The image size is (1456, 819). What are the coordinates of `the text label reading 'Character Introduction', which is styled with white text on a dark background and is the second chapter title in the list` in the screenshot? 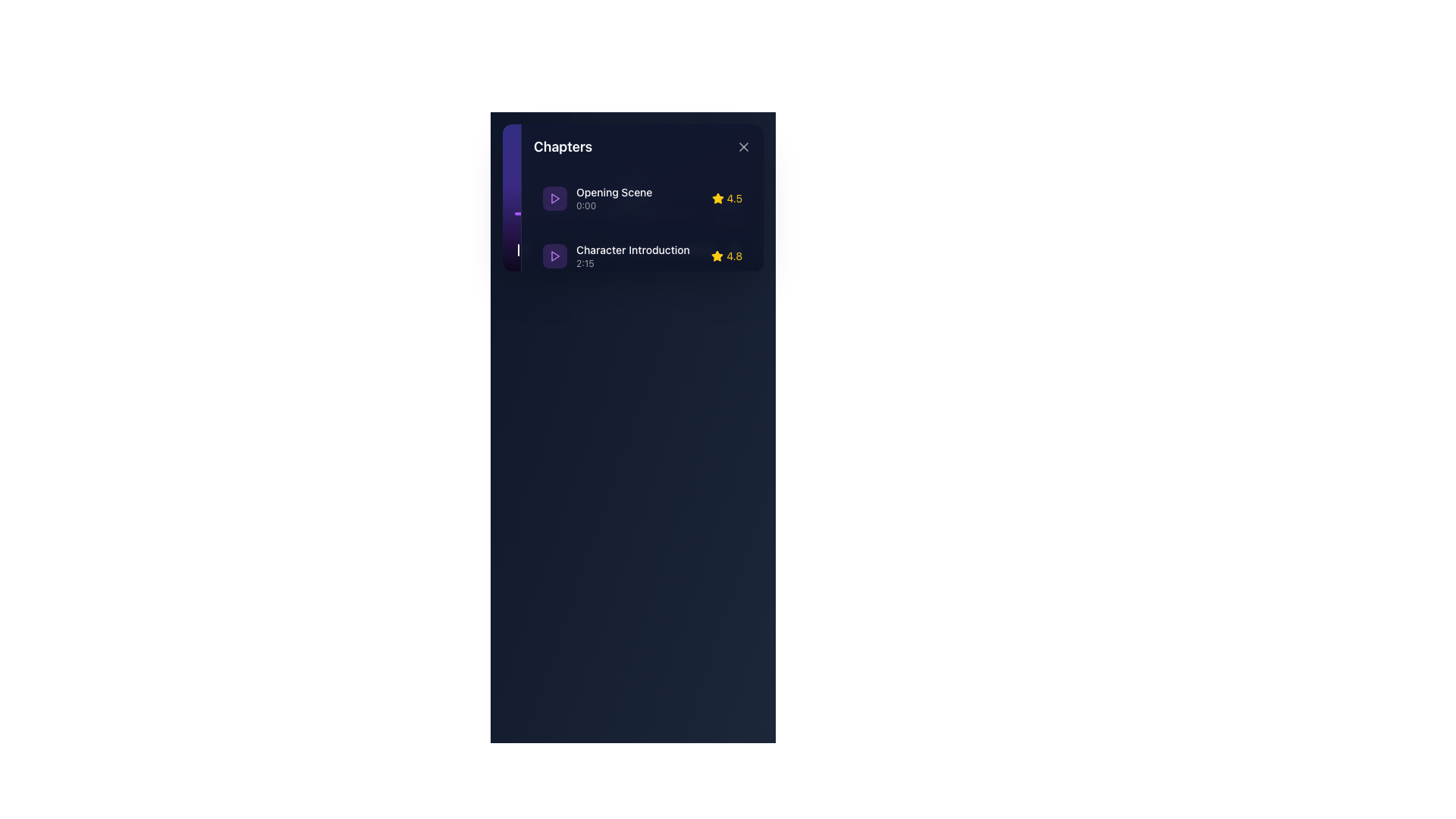 It's located at (633, 249).